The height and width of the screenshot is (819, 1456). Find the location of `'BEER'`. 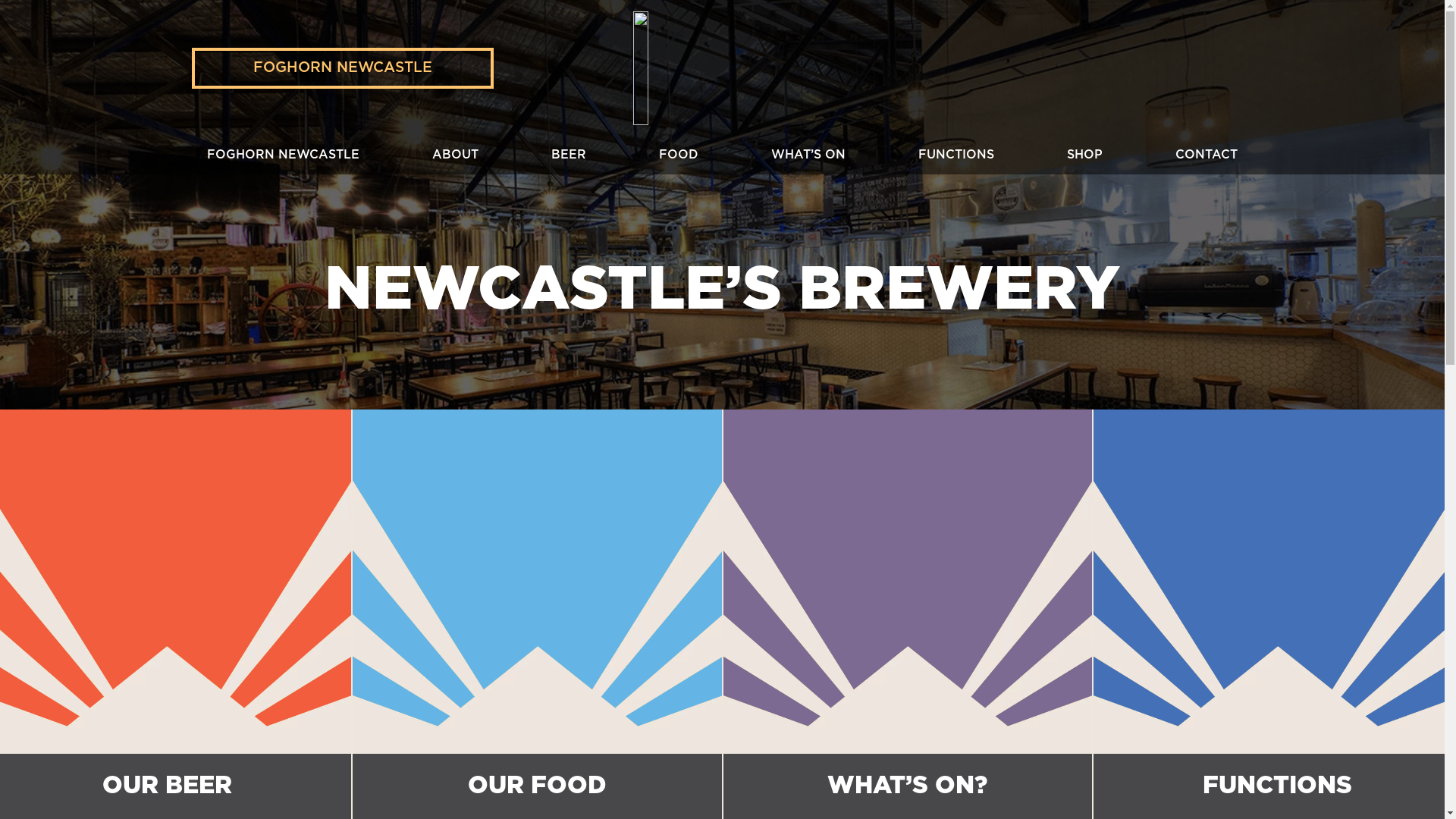

'BEER' is located at coordinates (567, 155).